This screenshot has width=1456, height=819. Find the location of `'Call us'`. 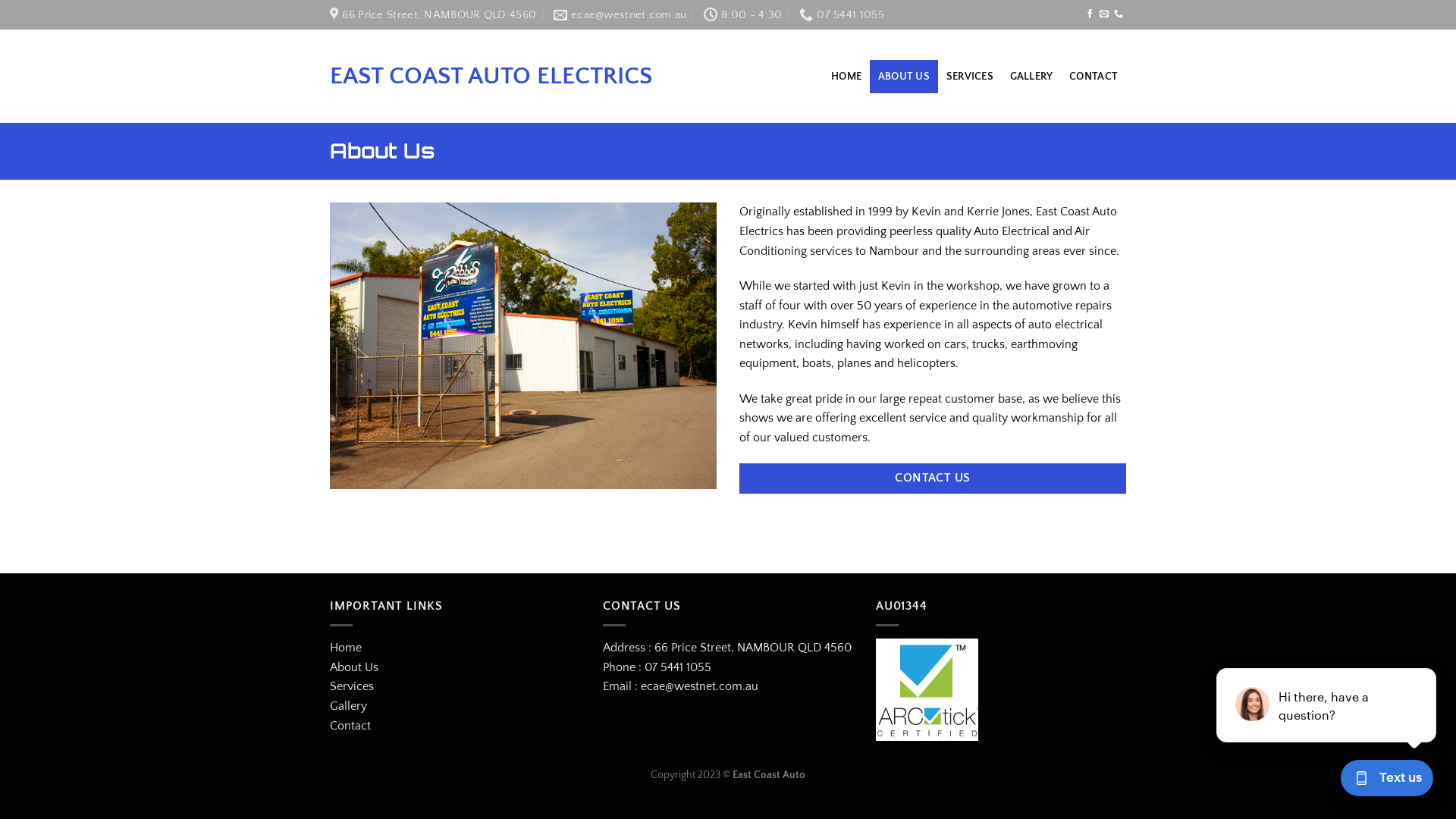

'Call us' is located at coordinates (1118, 14).